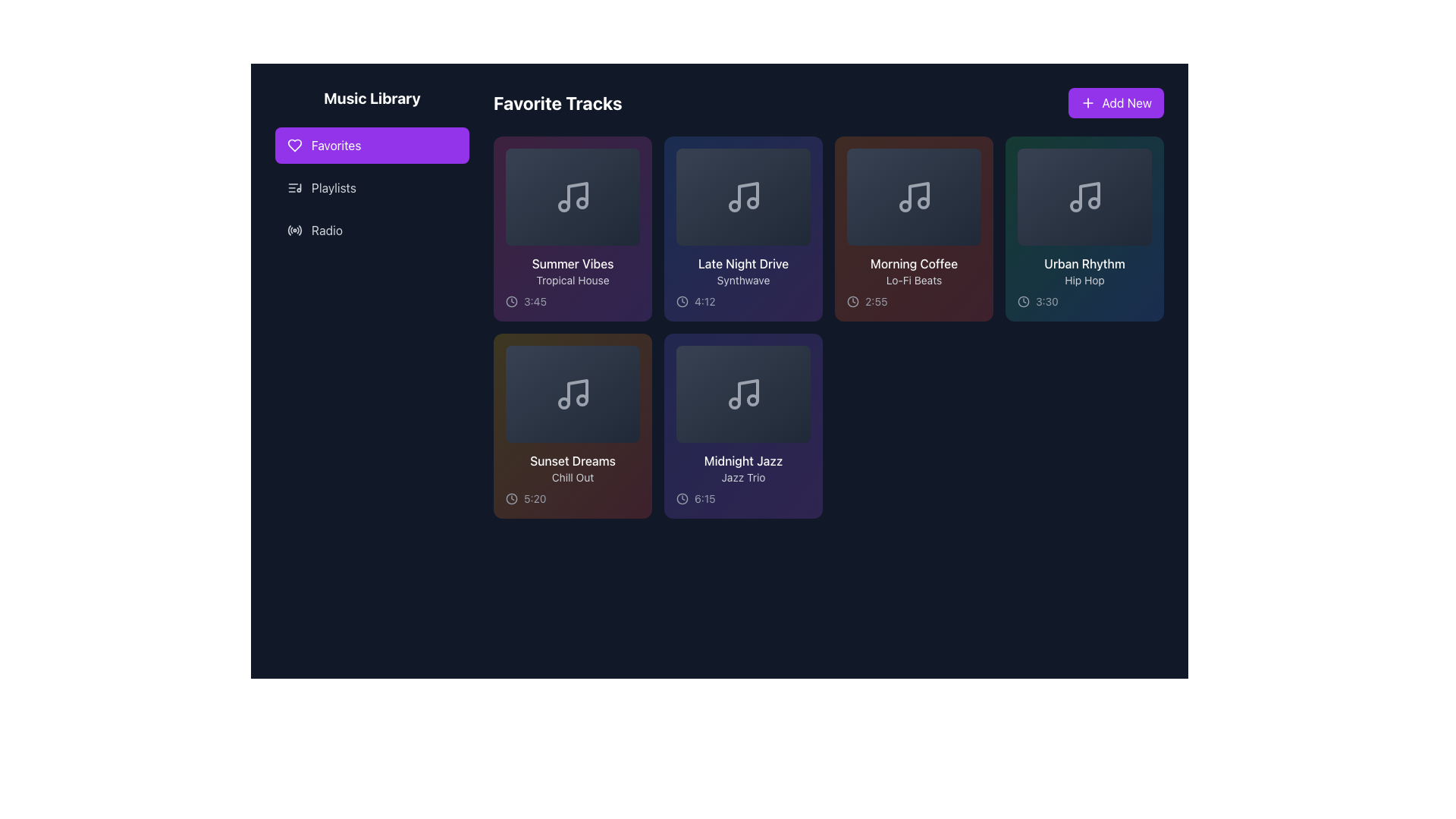 The image size is (1456, 819). Describe the element at coordinates (572, 476) in the screenshot. I see `the textual label 'Chill Out' styled in a small gray font, located under the title 'Sunset Dreams' in the music library interface` at that location.